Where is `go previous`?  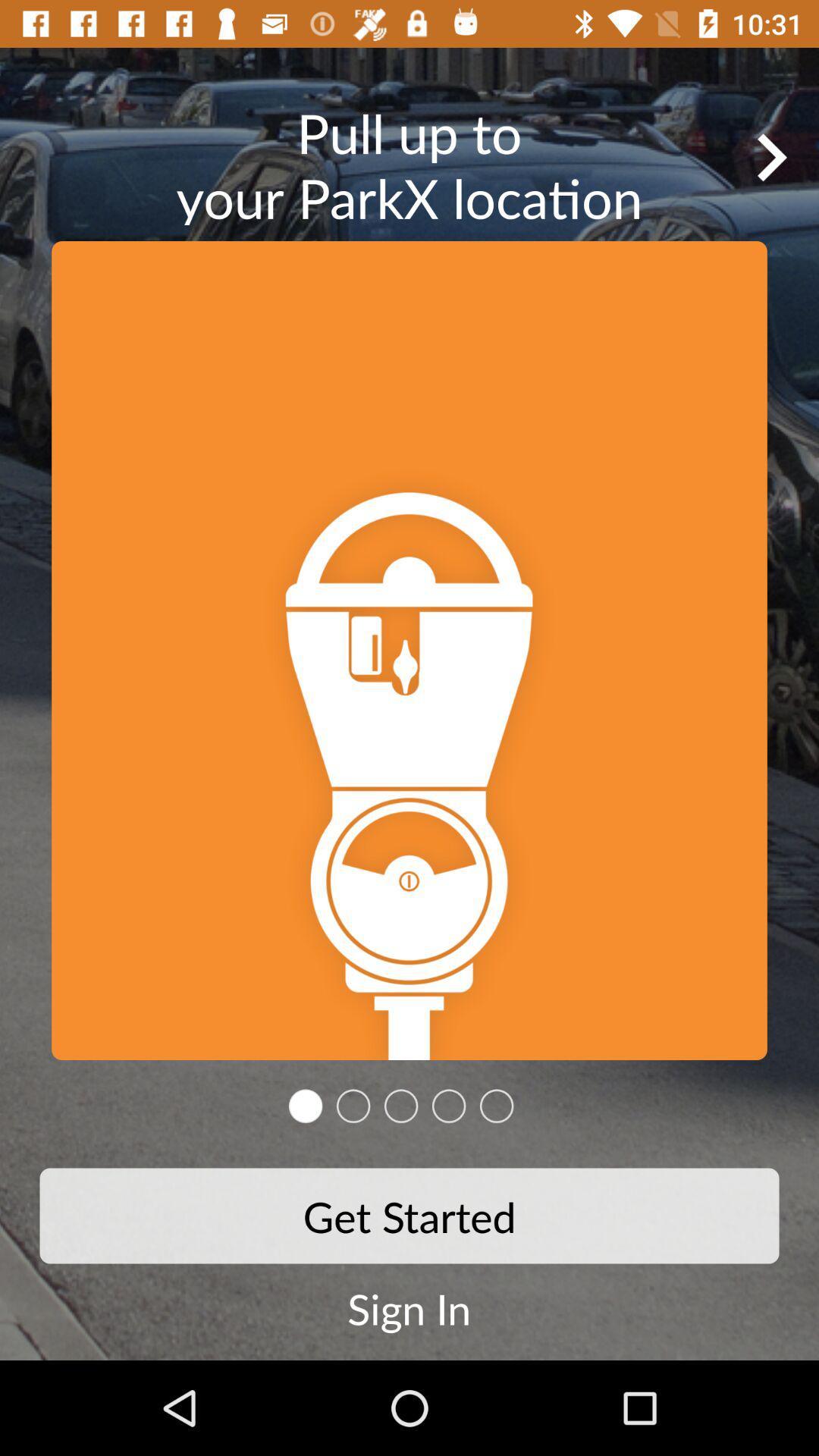 go previous is located at coordinates (771, 157).